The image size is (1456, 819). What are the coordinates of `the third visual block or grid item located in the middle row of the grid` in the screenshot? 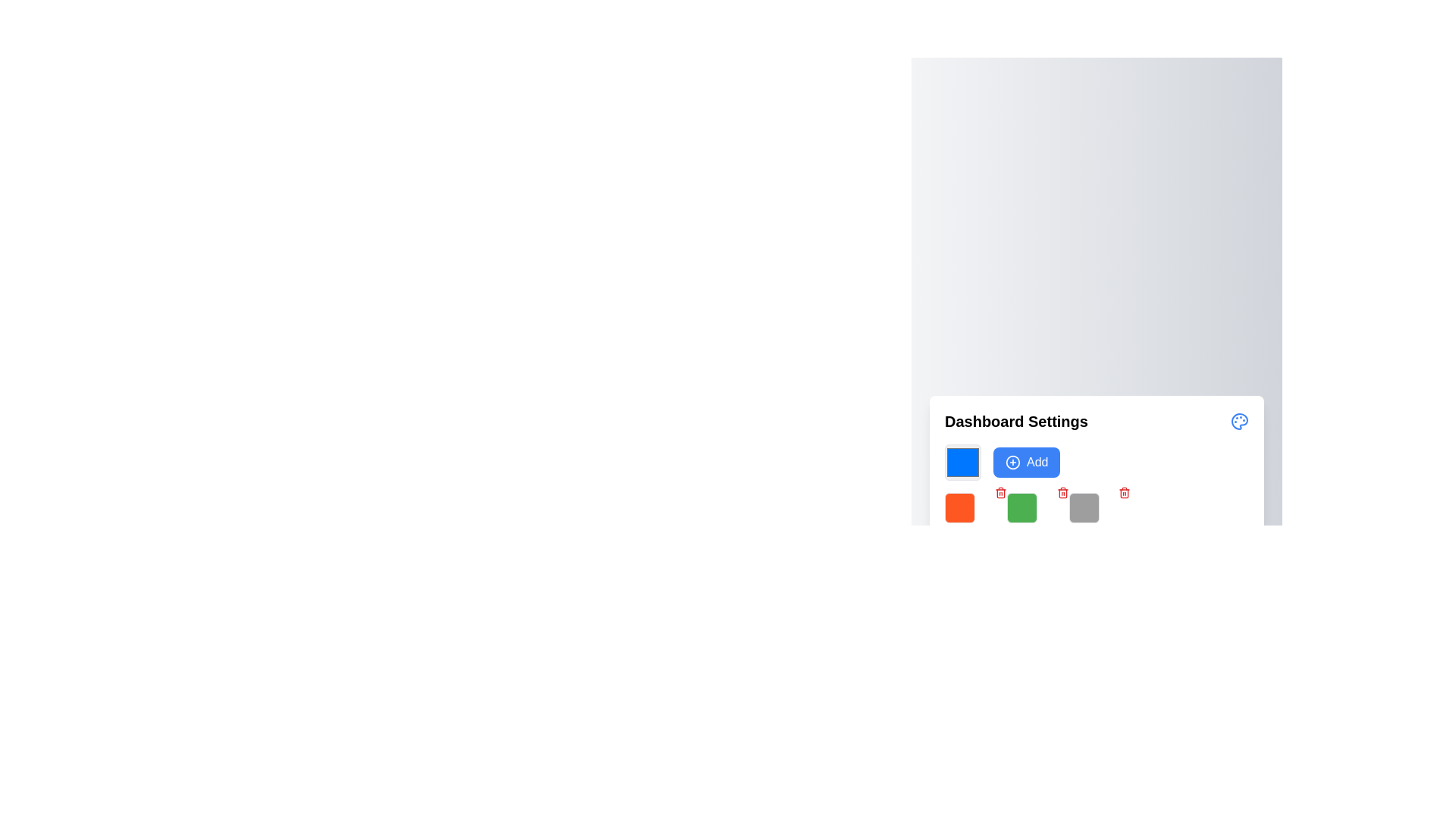 It's located at (1033, 508).